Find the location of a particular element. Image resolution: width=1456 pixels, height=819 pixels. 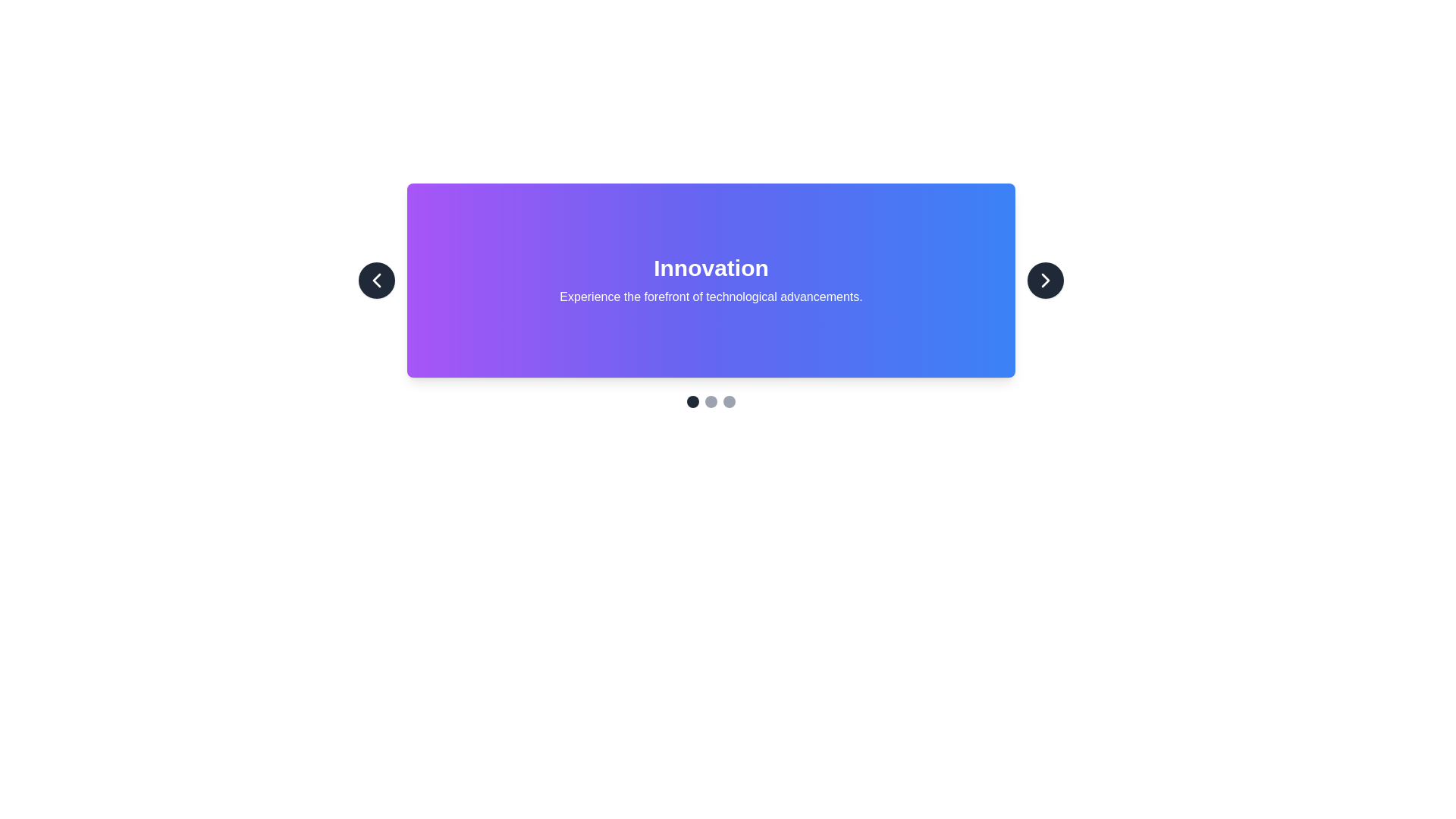

the center gray circular navigation indicator is located at coordinates (710, 400).